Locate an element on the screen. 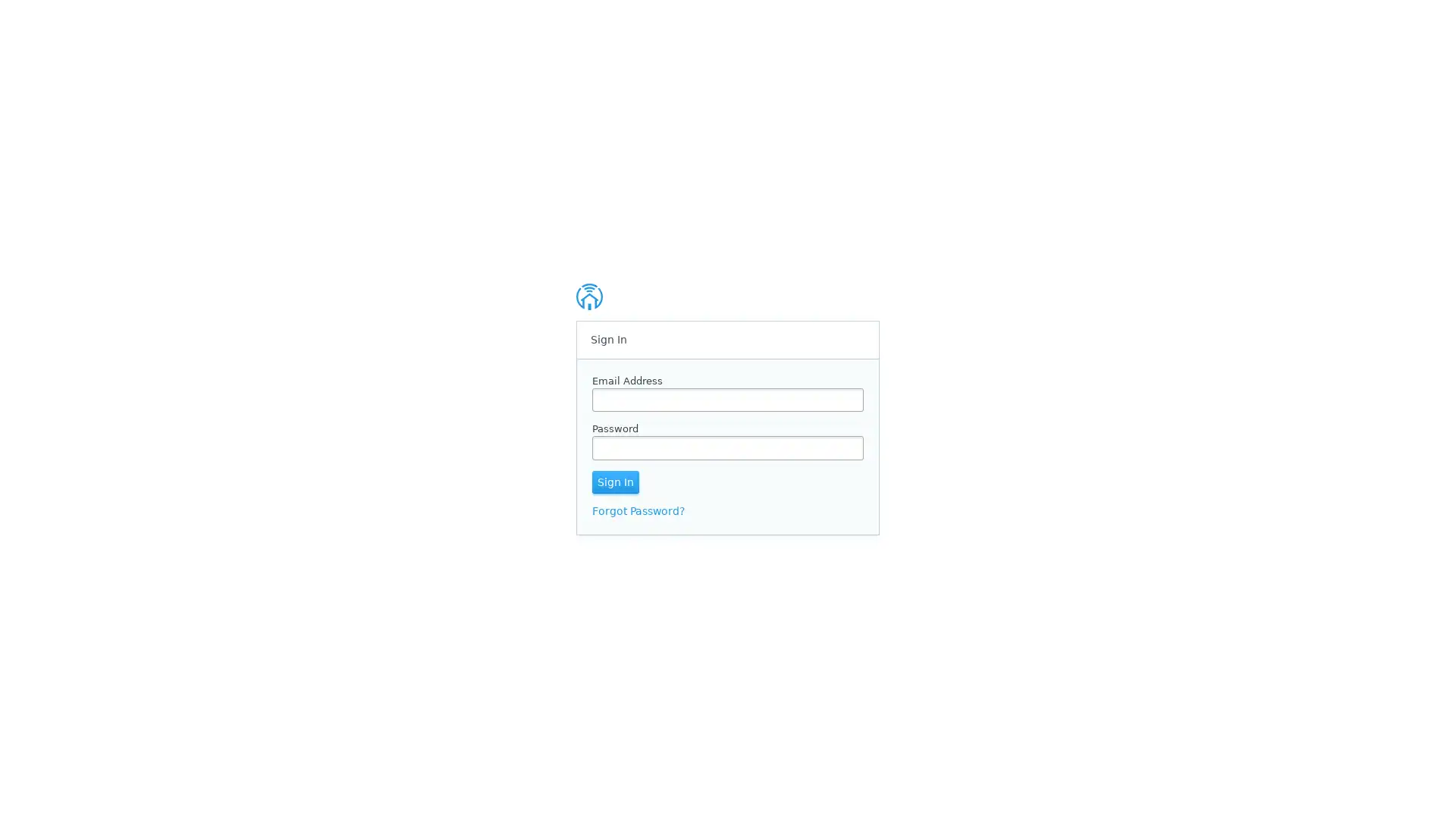 This screenshot has height=819, width=1456. Sign In is located at coordinates (615, 482).